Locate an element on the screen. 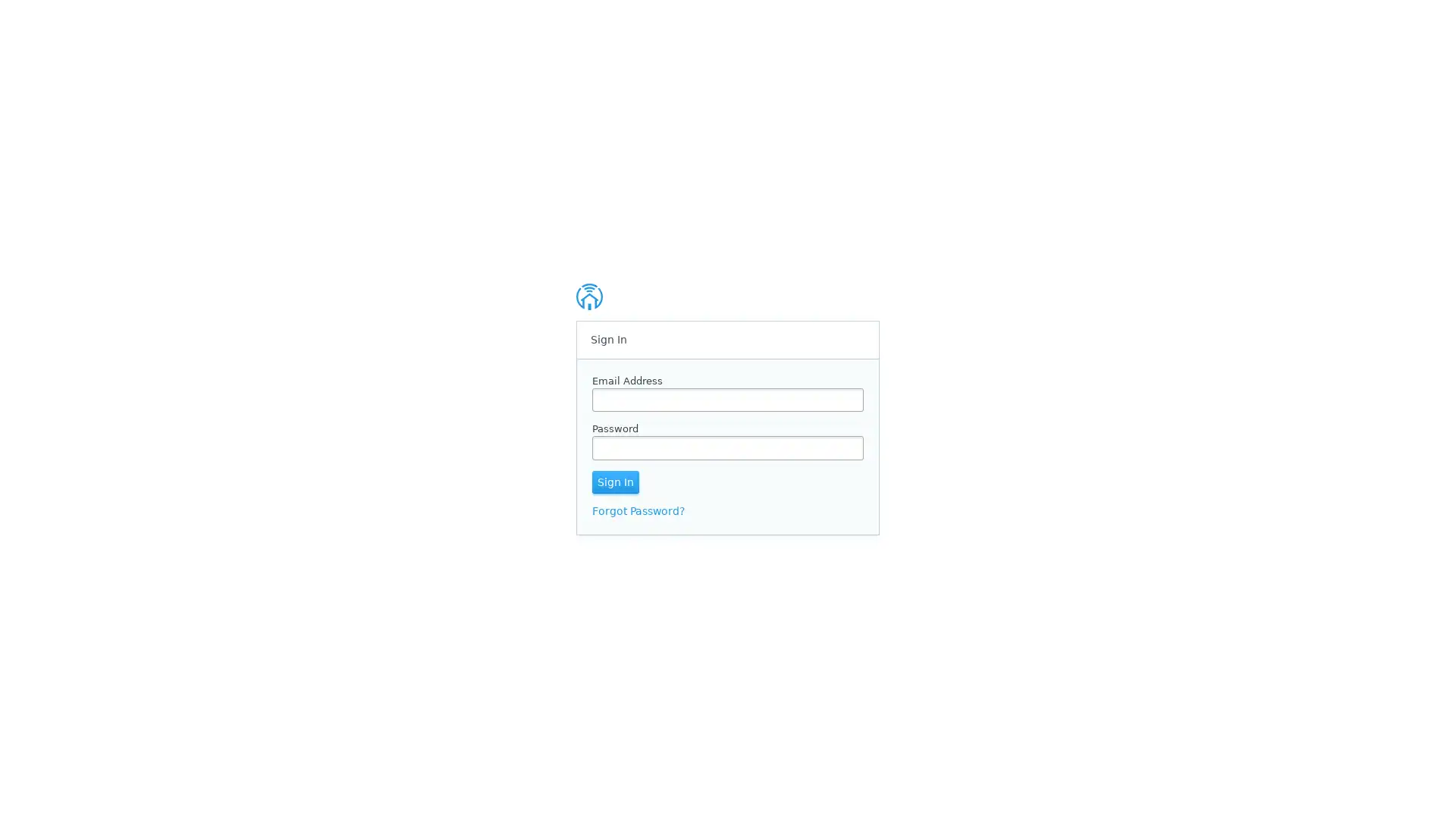 This screenshot has height=819, width=1456. Sign In is located at coordinates (615, 482).